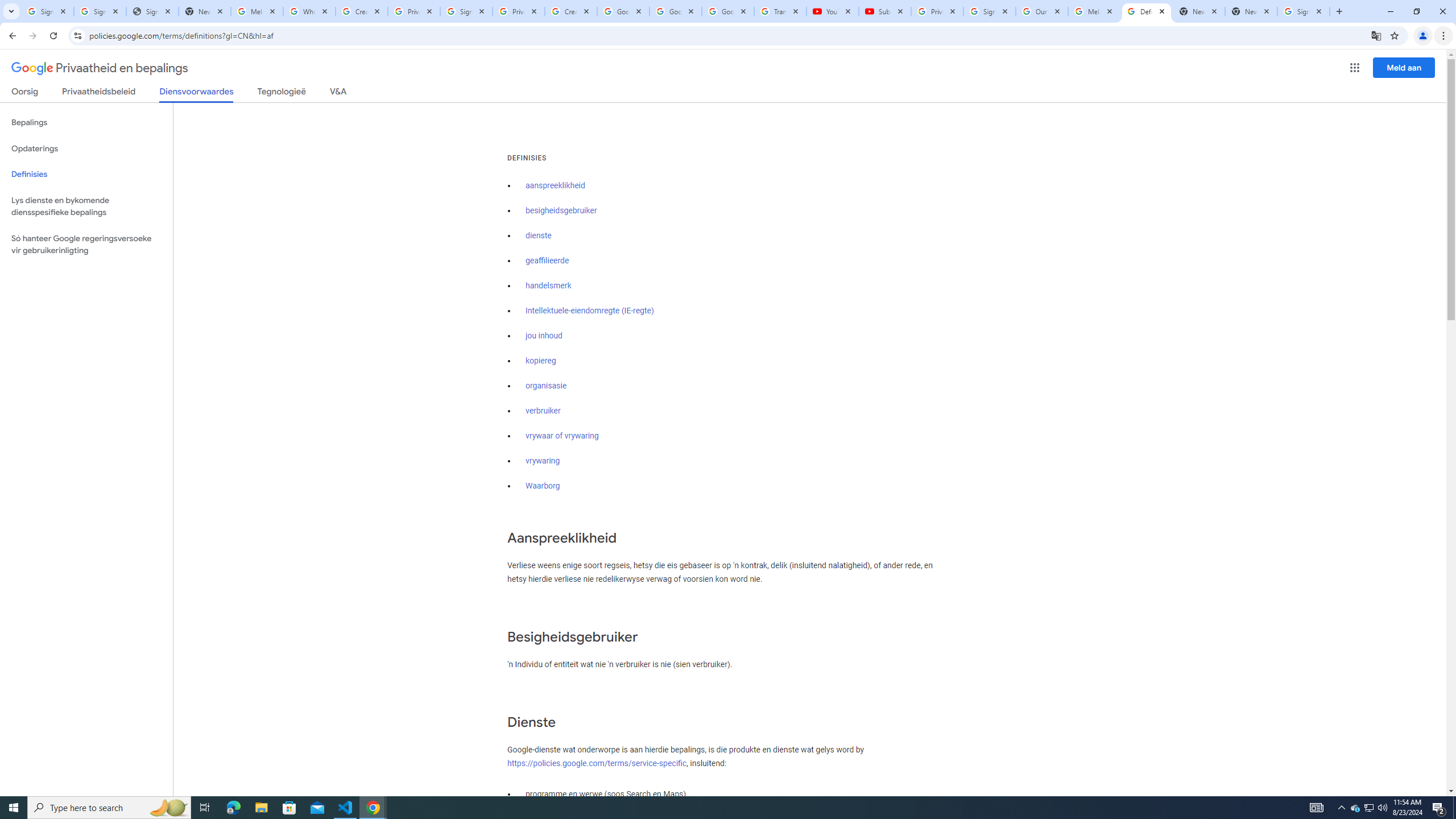  Describe the element at coordinates (570, 11) in the screenshot. I see `'Create your Google Account'` at that location.